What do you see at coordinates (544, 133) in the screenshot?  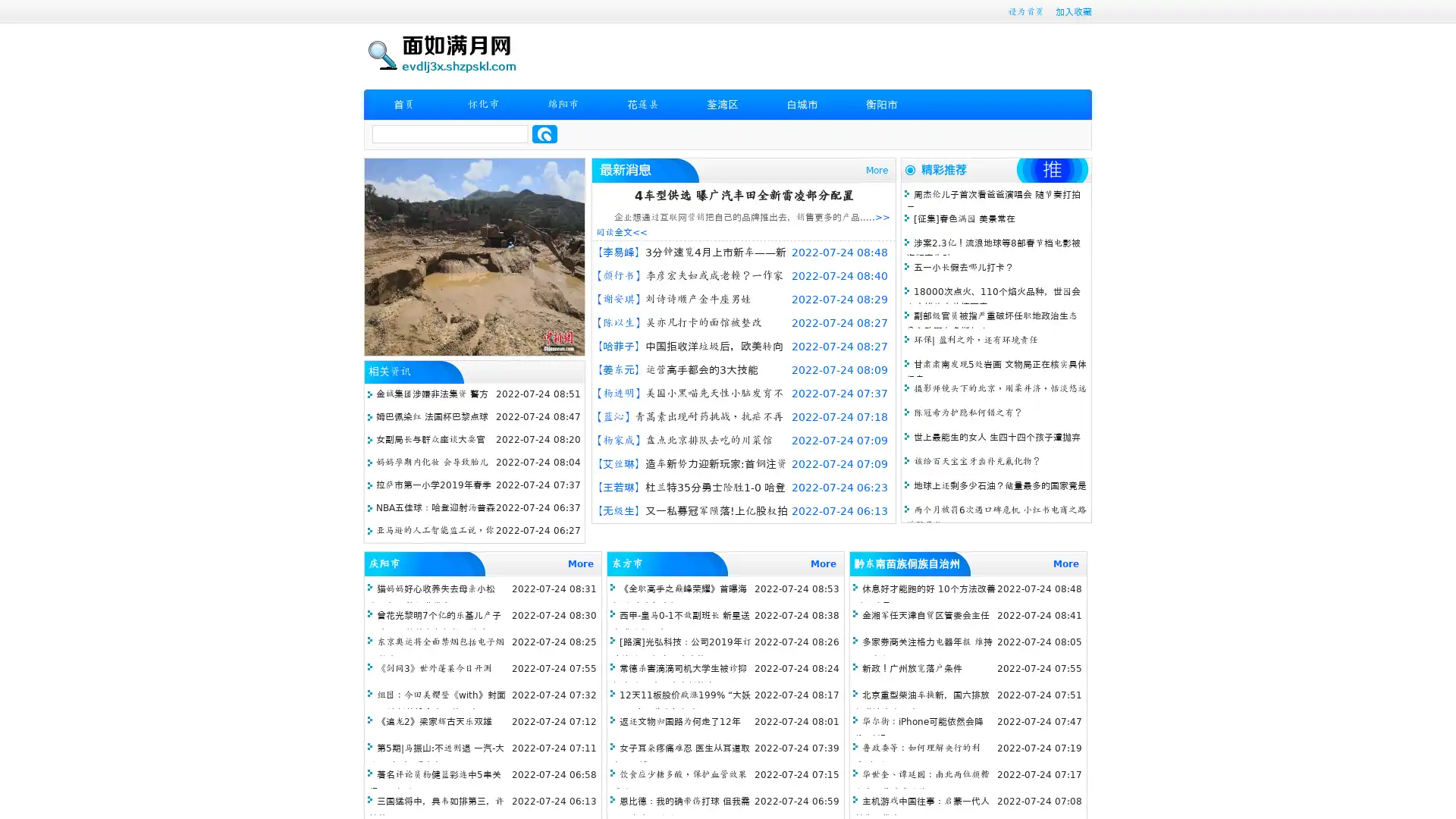 I see `Search` at bounding box center [544, 133].